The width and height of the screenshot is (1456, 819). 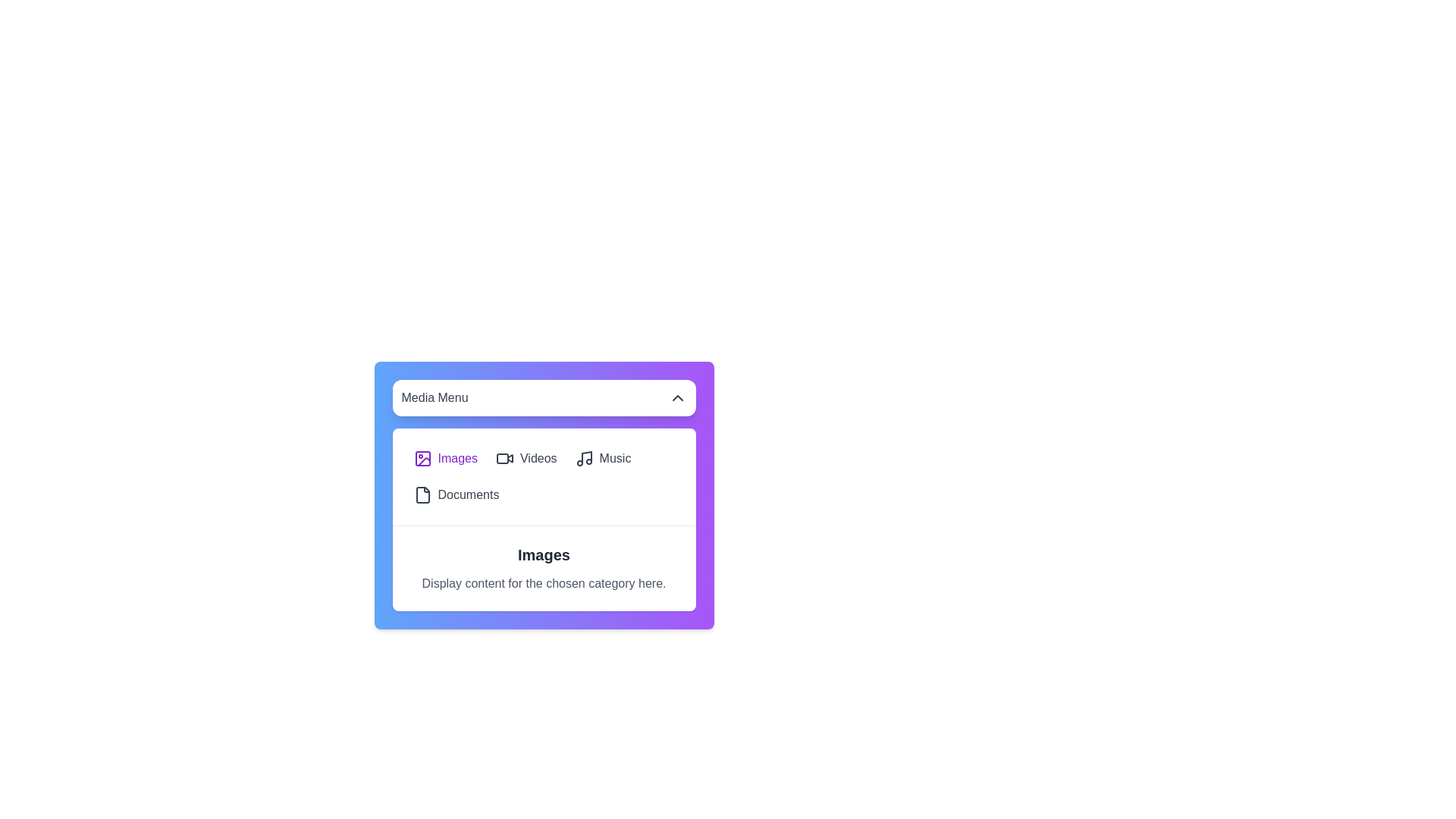 I want to click on the upward-pointing chevron icon at the top-right corner of the 'Media Menu' header, so click(x=676, y=397).